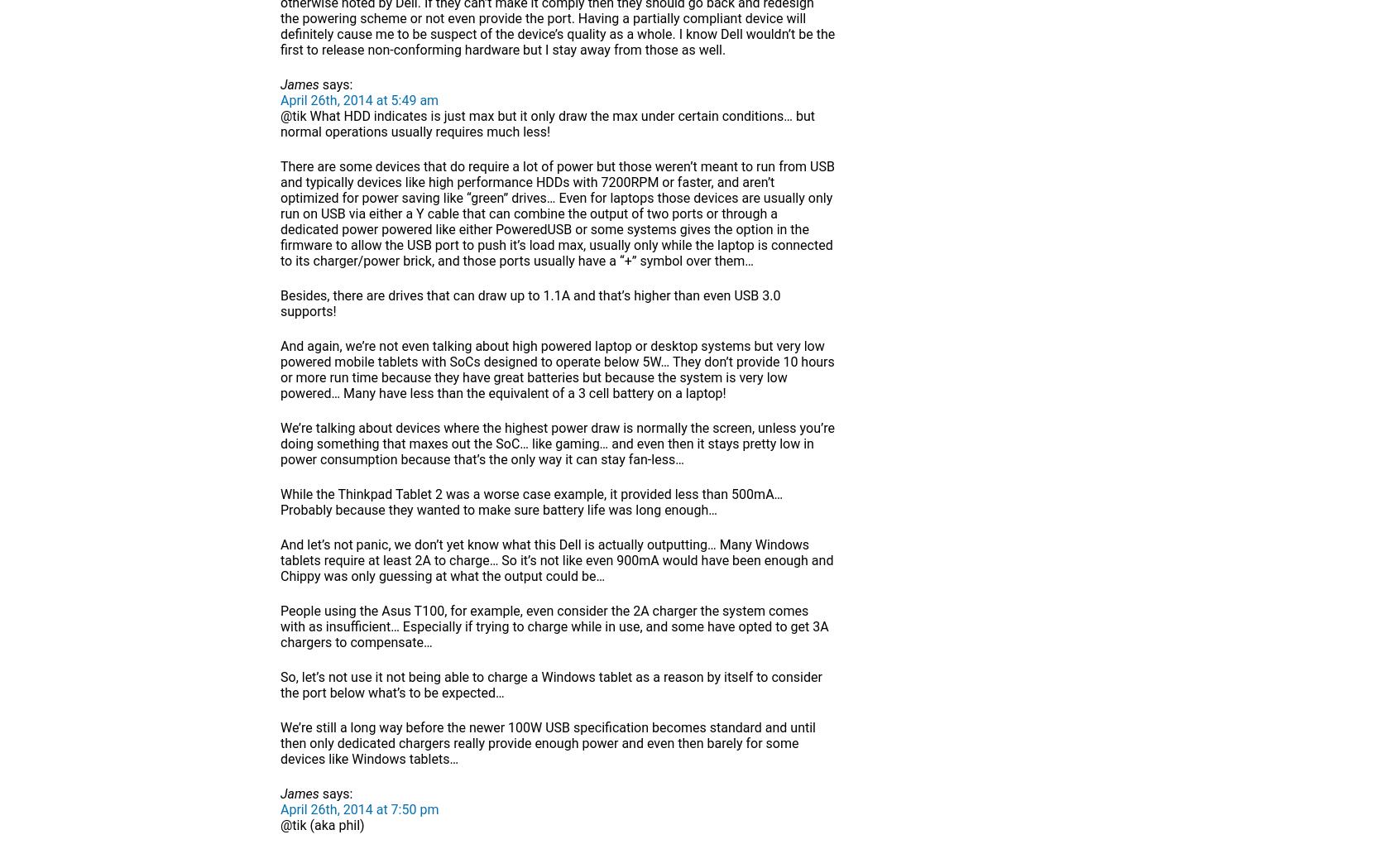 Image resolution: width=1400 pixels, height=849 pixels. What do you see at coordinates (322, 824) in the screenshot?
I see `'@tik (aka phil)'` at bounding box center [322, 824].